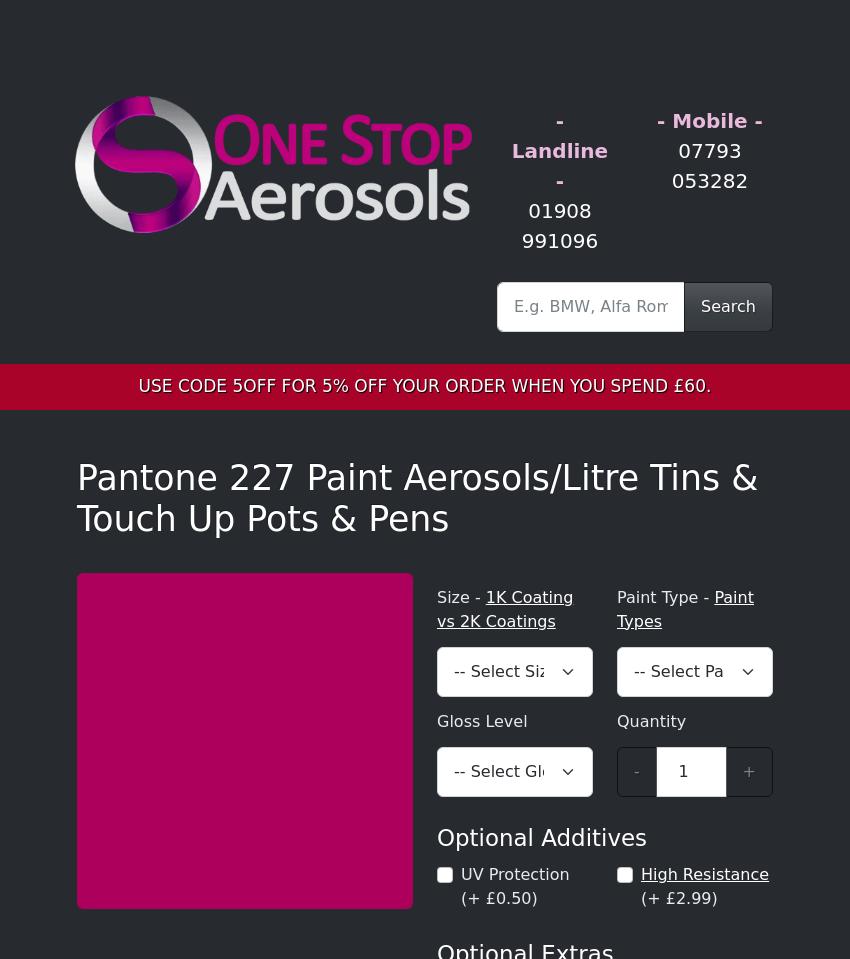 The image size is (850, 959). Describe the element at coordinates (55, 36) in the screenshot. I see `'(0)'` at that location.